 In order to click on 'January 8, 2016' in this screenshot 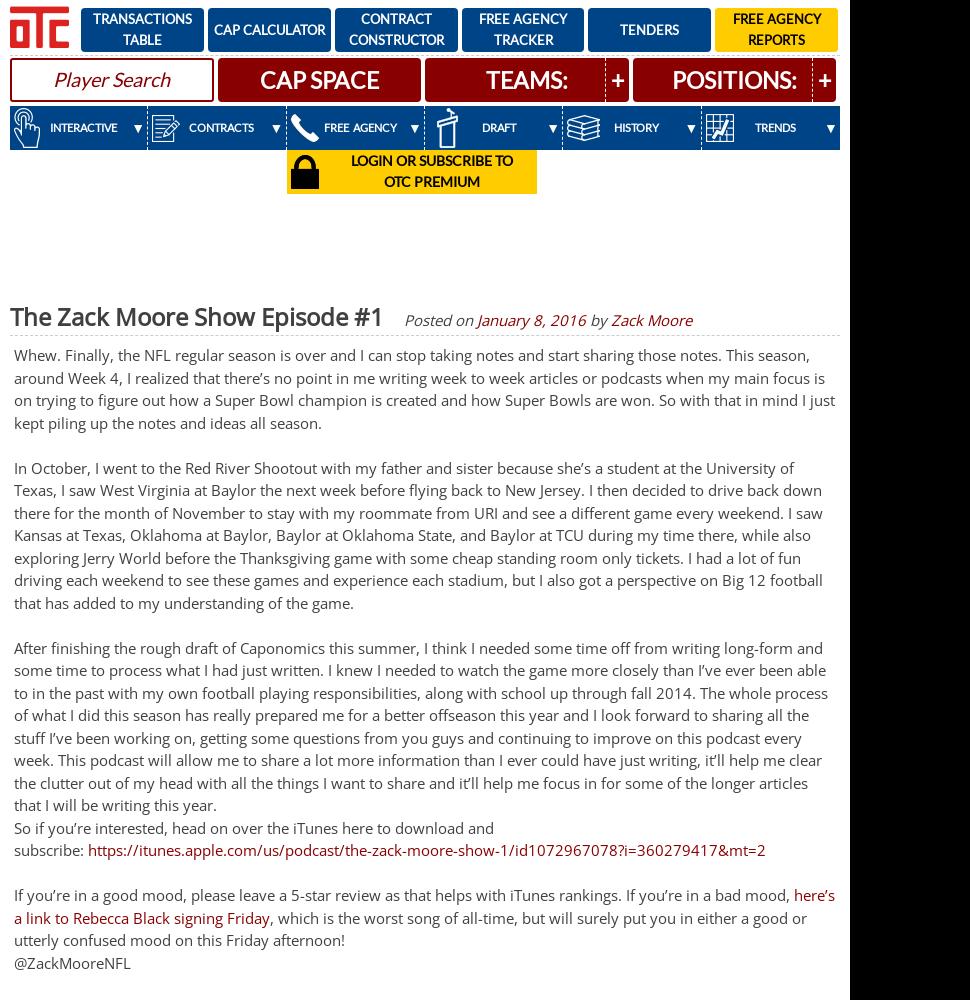, I will do `click(476, 319)`.